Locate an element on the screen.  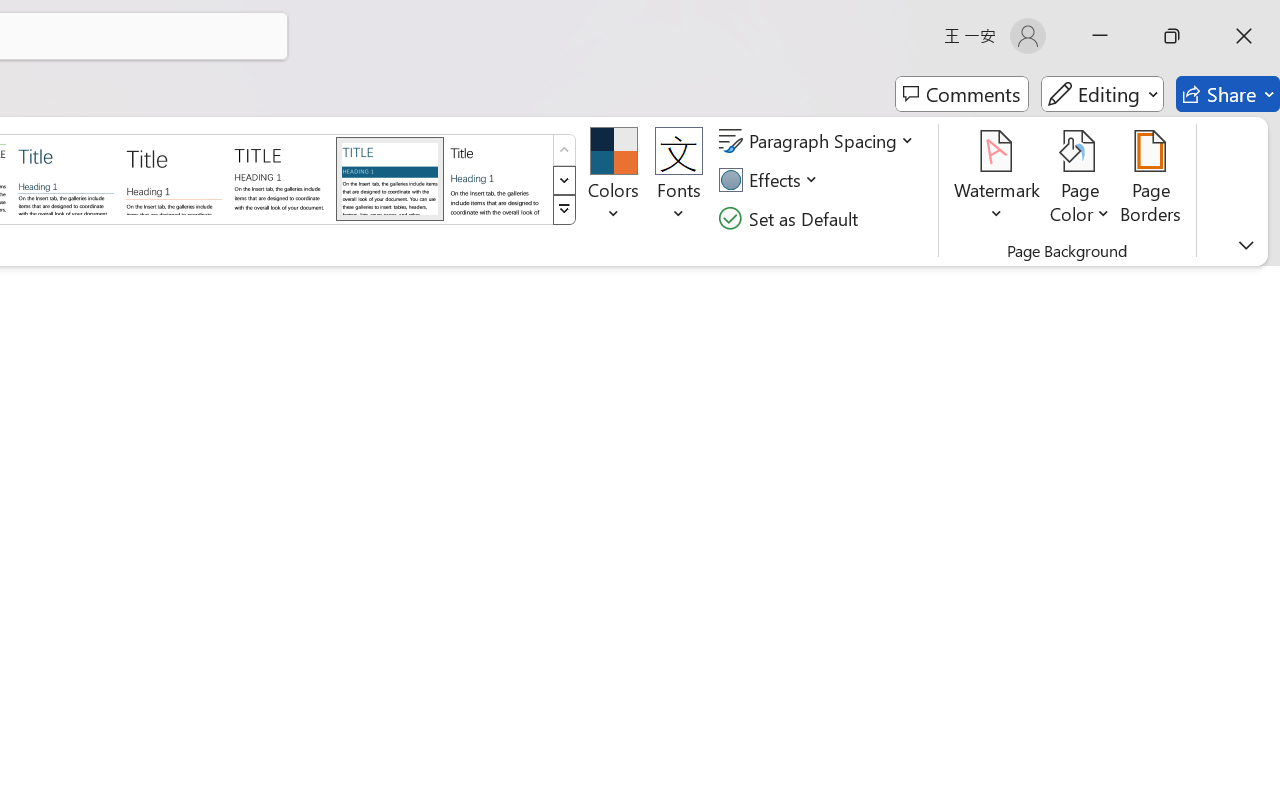
'Editing' is located at coordinates (1101, 94).